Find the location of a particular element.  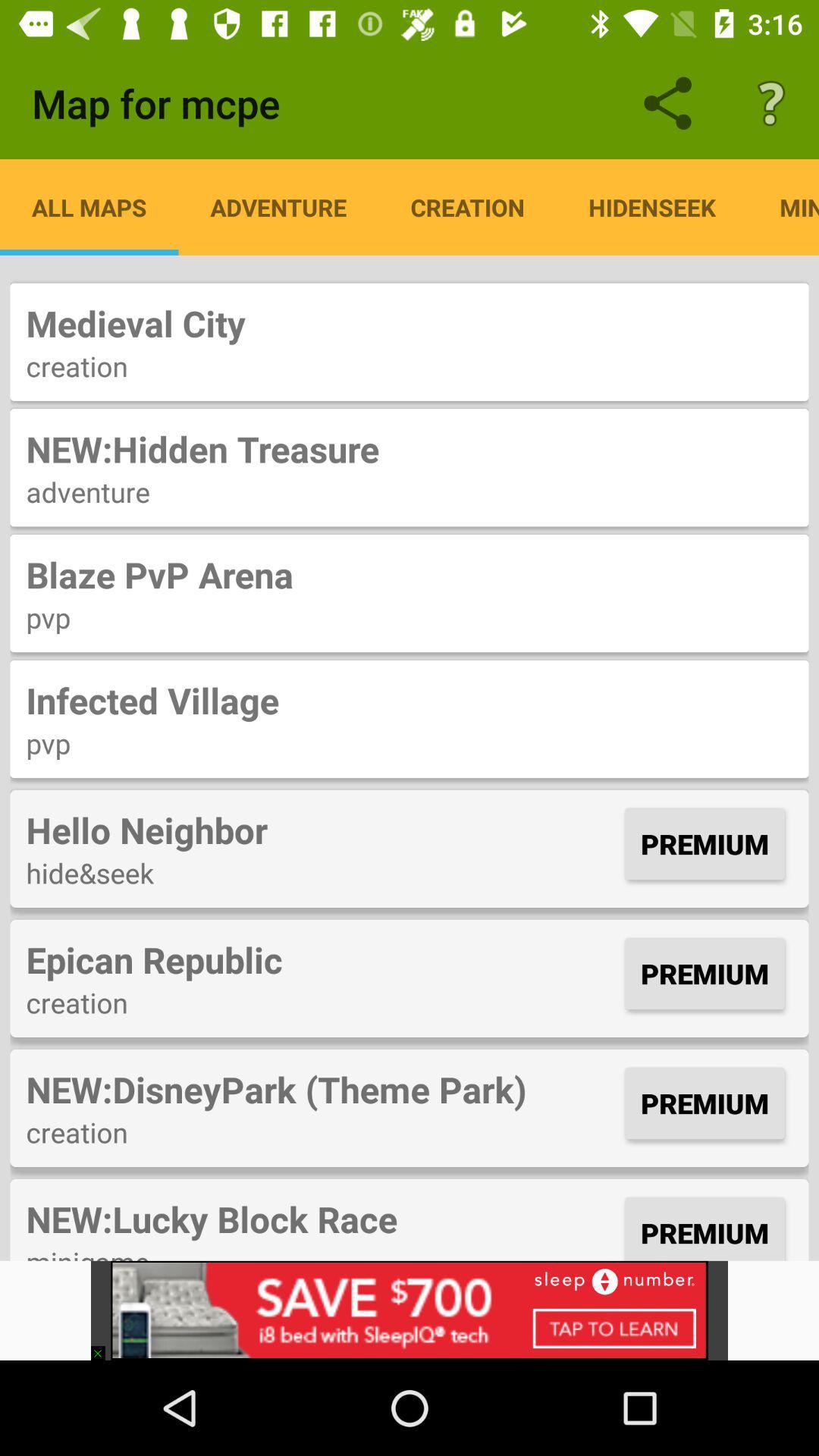

item above the medieval city icon is located at coordinates (651, 206).